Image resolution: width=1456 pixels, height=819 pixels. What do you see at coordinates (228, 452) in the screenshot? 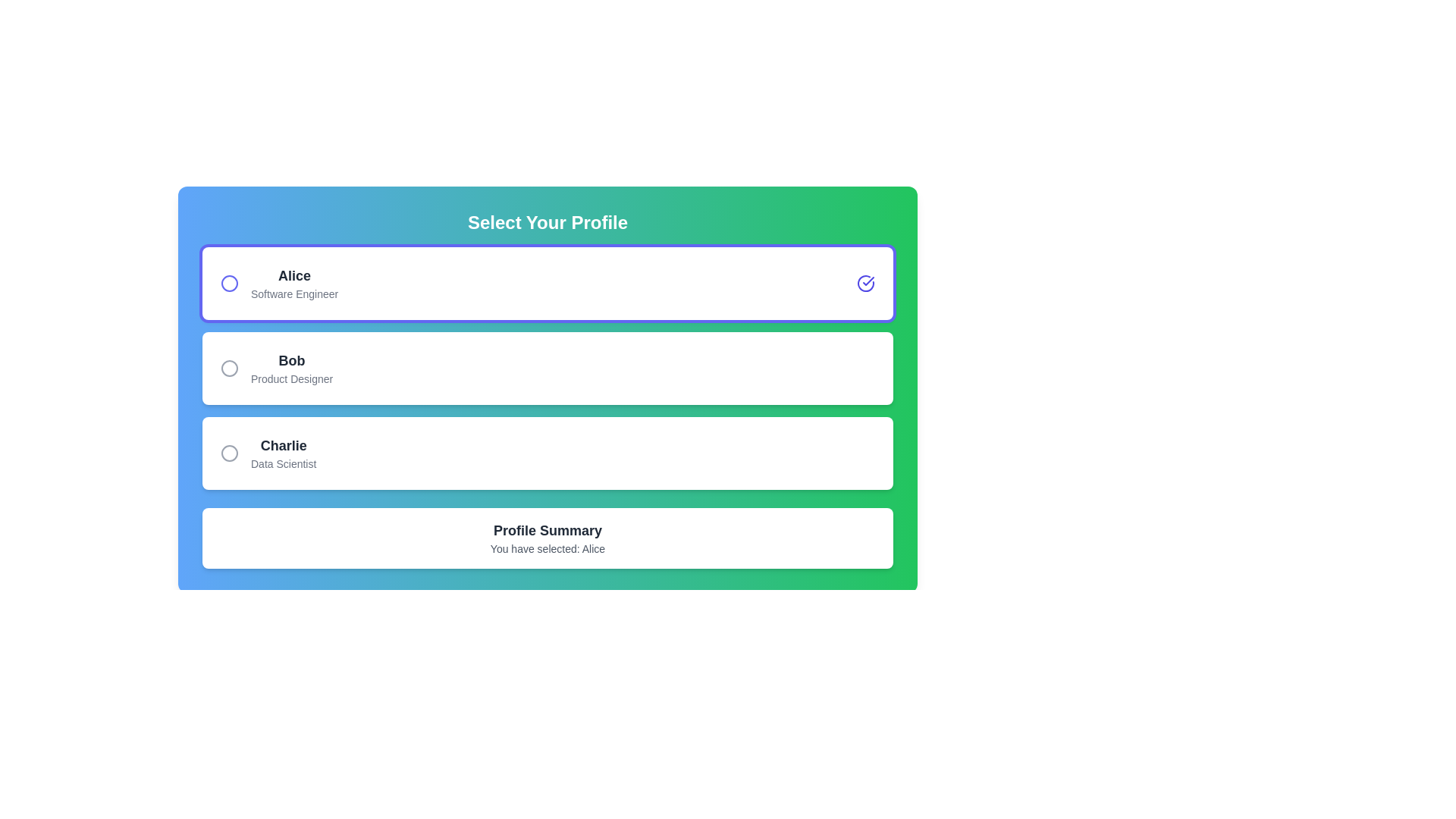
I see `the circular icon with a gray stroke located to the left of the text 'Charlie' and 'Data Scientist' in the third selectable profile row` at bounding box center [228, 452].